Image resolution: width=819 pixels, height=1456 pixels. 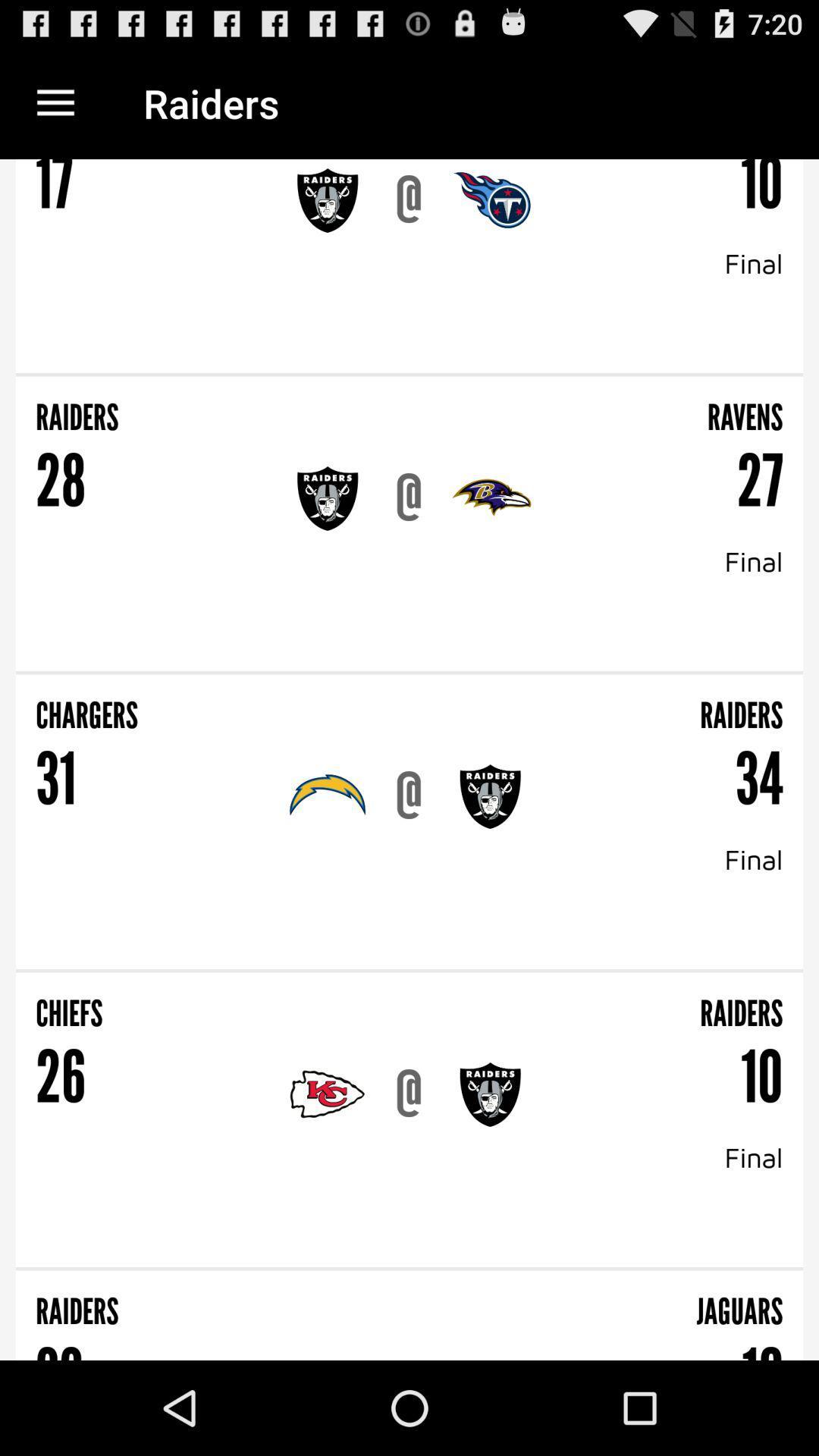 I want to click on the item below chiefs item, so click(x=408, y=1094).